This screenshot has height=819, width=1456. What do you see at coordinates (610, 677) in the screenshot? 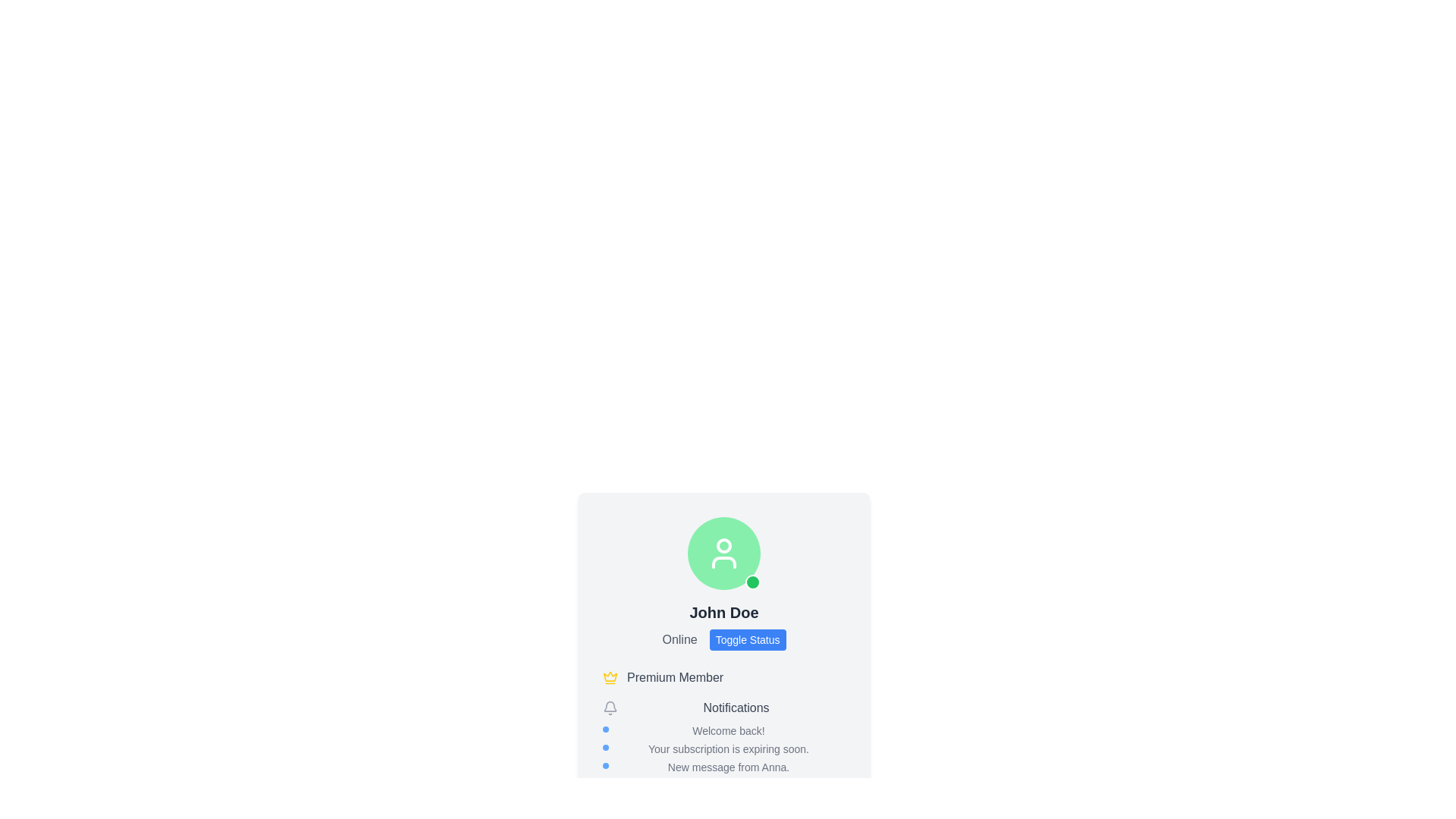
I see `the yellow crown icon representing premium status, located to the left of the 'Premium Member' text` at bounding box center [610, 677].